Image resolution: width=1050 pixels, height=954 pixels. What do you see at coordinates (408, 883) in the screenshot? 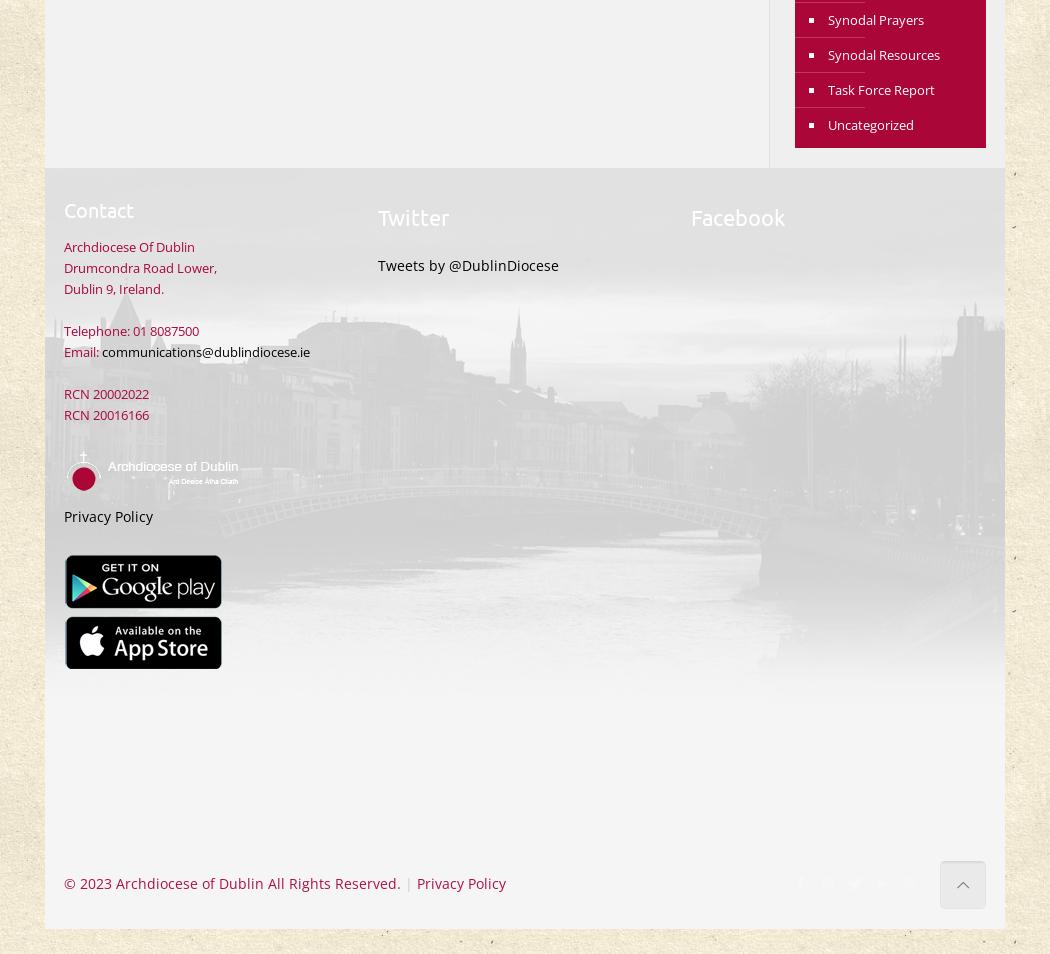
I see `'|'` at bounding box center [408, 883].